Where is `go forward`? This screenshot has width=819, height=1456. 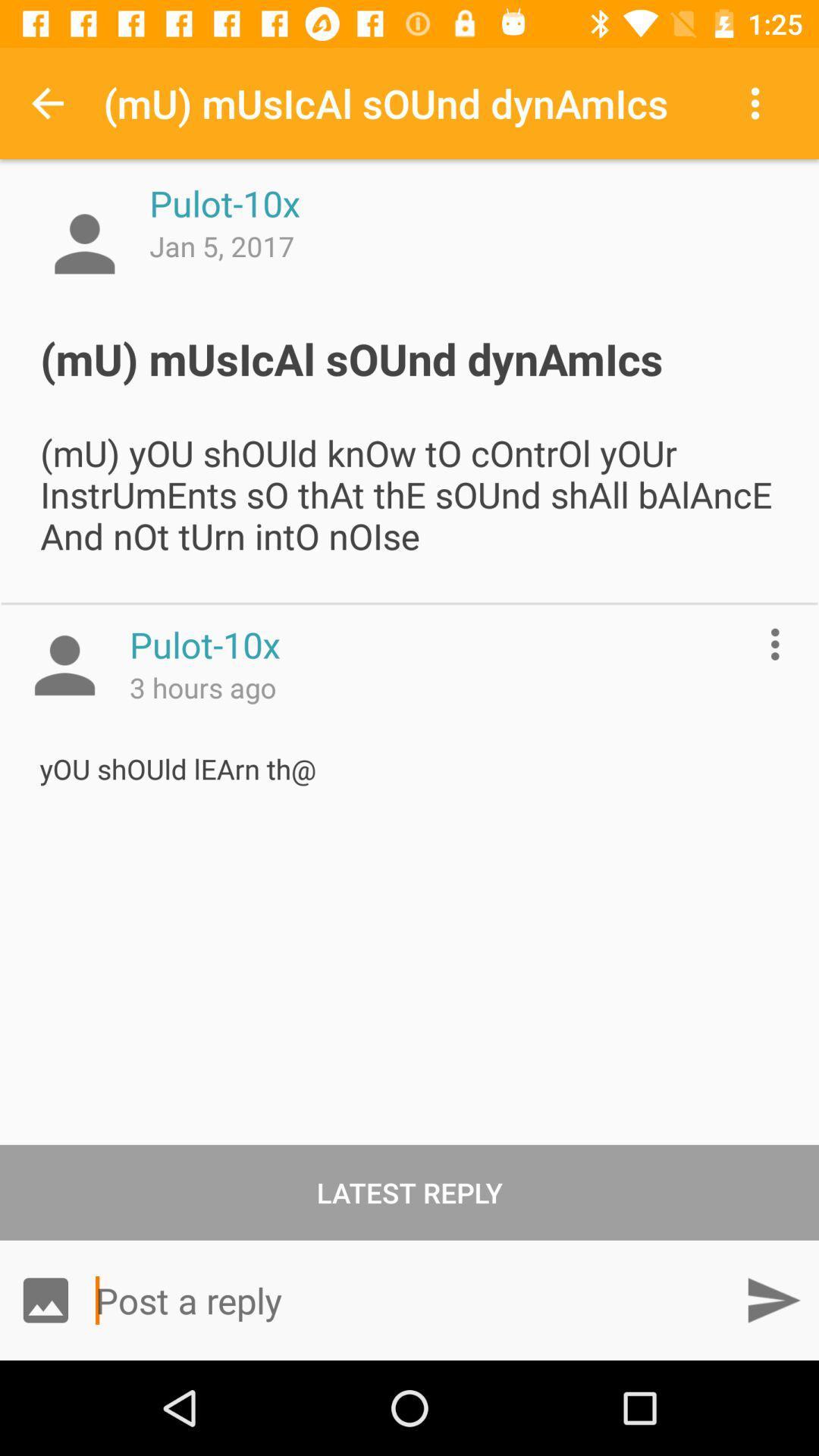
go forward is located at coordinates (773, 1299).